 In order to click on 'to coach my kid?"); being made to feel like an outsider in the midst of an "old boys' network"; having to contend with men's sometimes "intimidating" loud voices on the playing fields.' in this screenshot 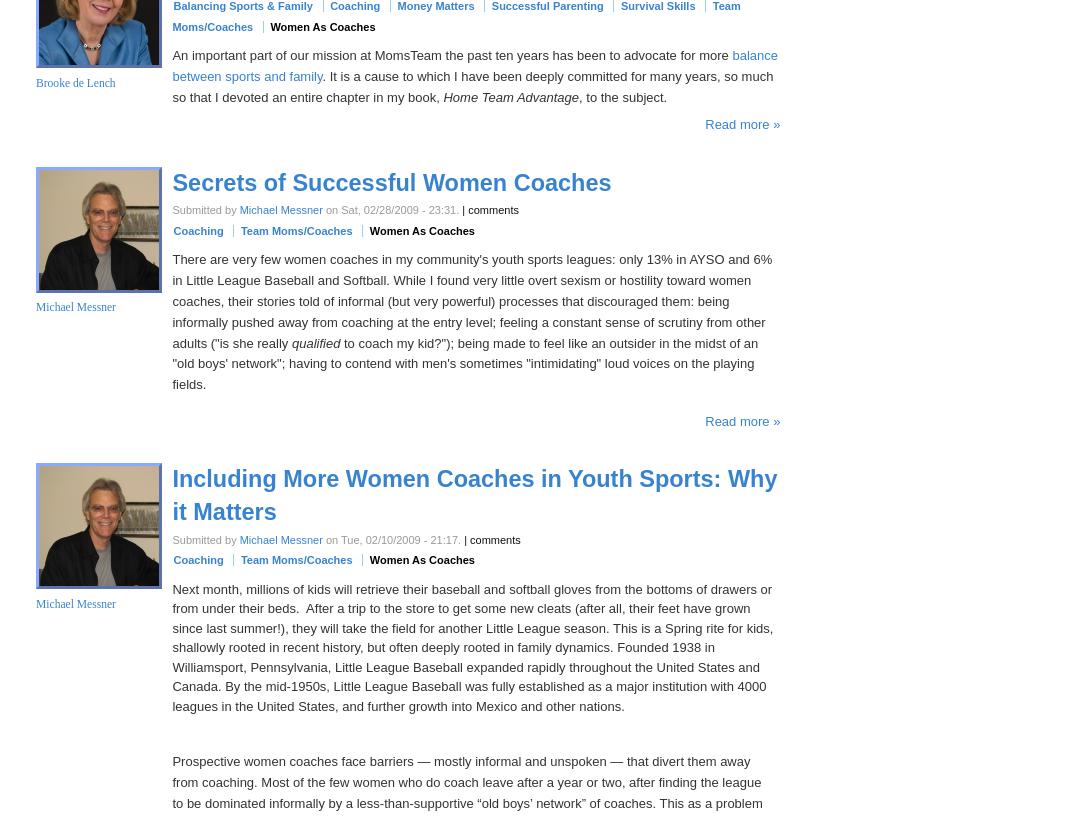, I will do `click(465, 363)`.